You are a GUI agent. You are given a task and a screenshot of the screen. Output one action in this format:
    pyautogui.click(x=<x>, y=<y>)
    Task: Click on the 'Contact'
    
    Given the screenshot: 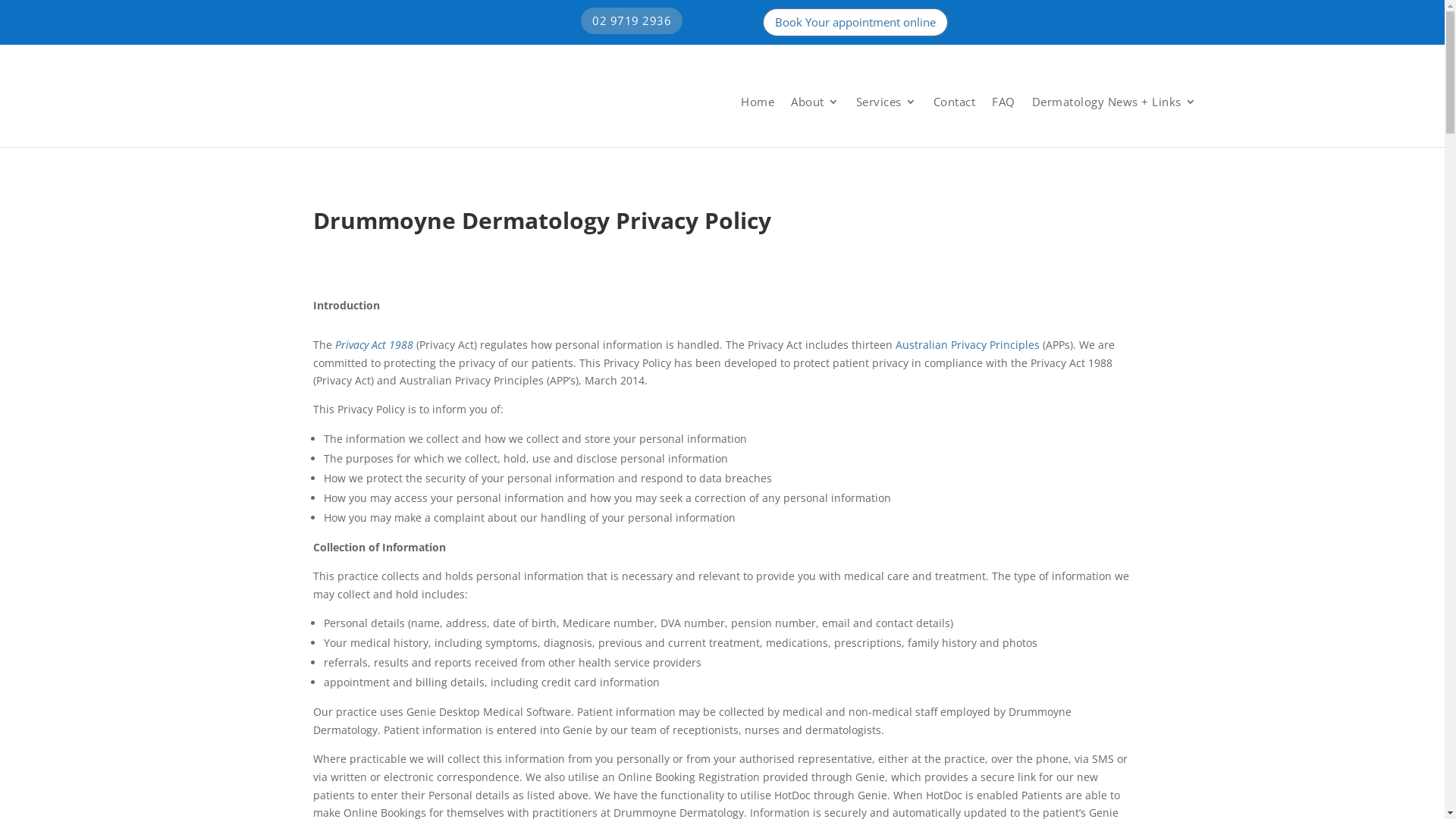 What is the action you would take?
    pyautogui.click(x=931, y=102)
    